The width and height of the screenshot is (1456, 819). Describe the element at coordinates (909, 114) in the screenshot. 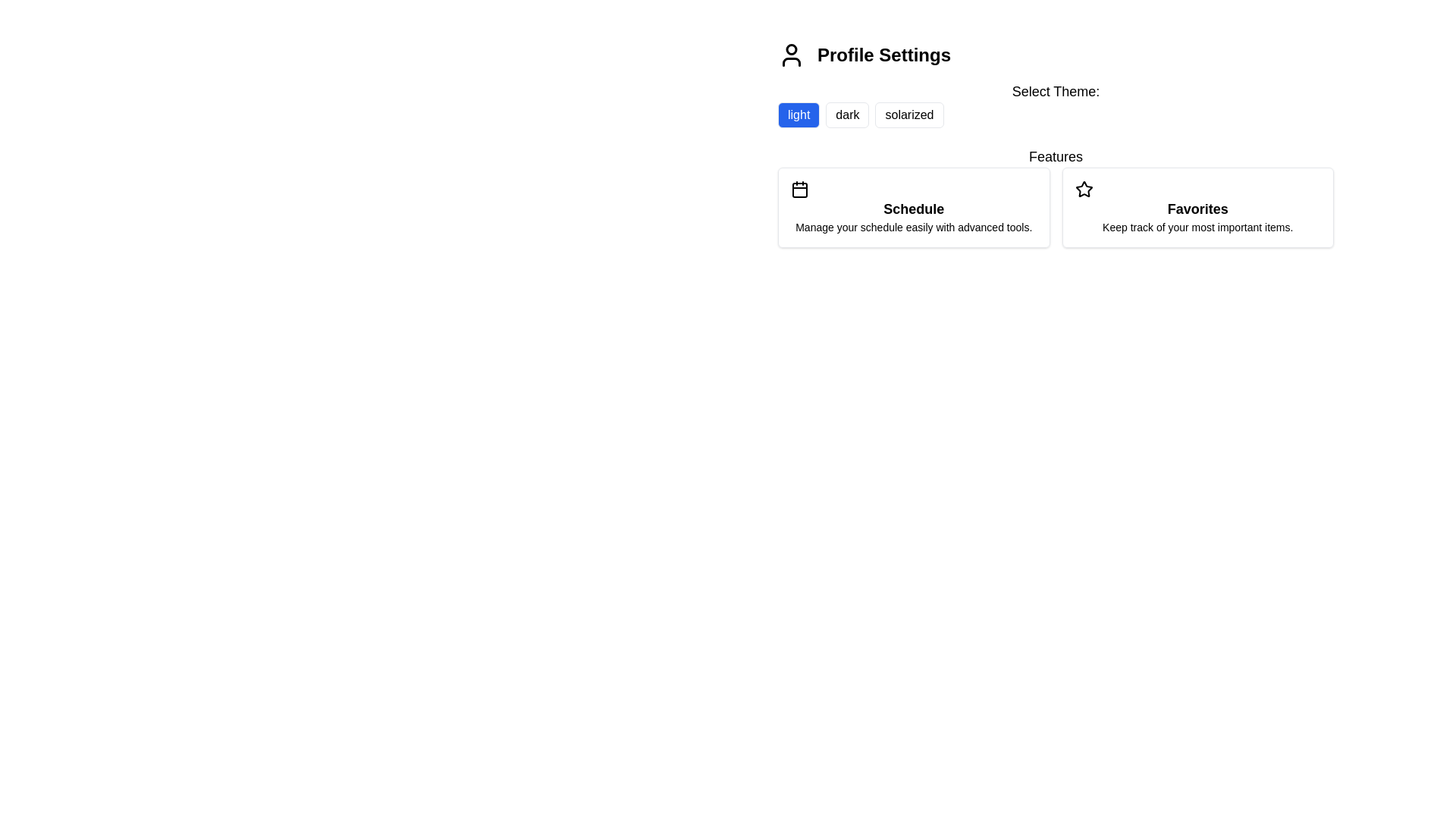

I see `the 'solarized' button, which is a rectangular button with a bold label and a thin rounded border, located in the row under the 'Select Theme' label` at that location.